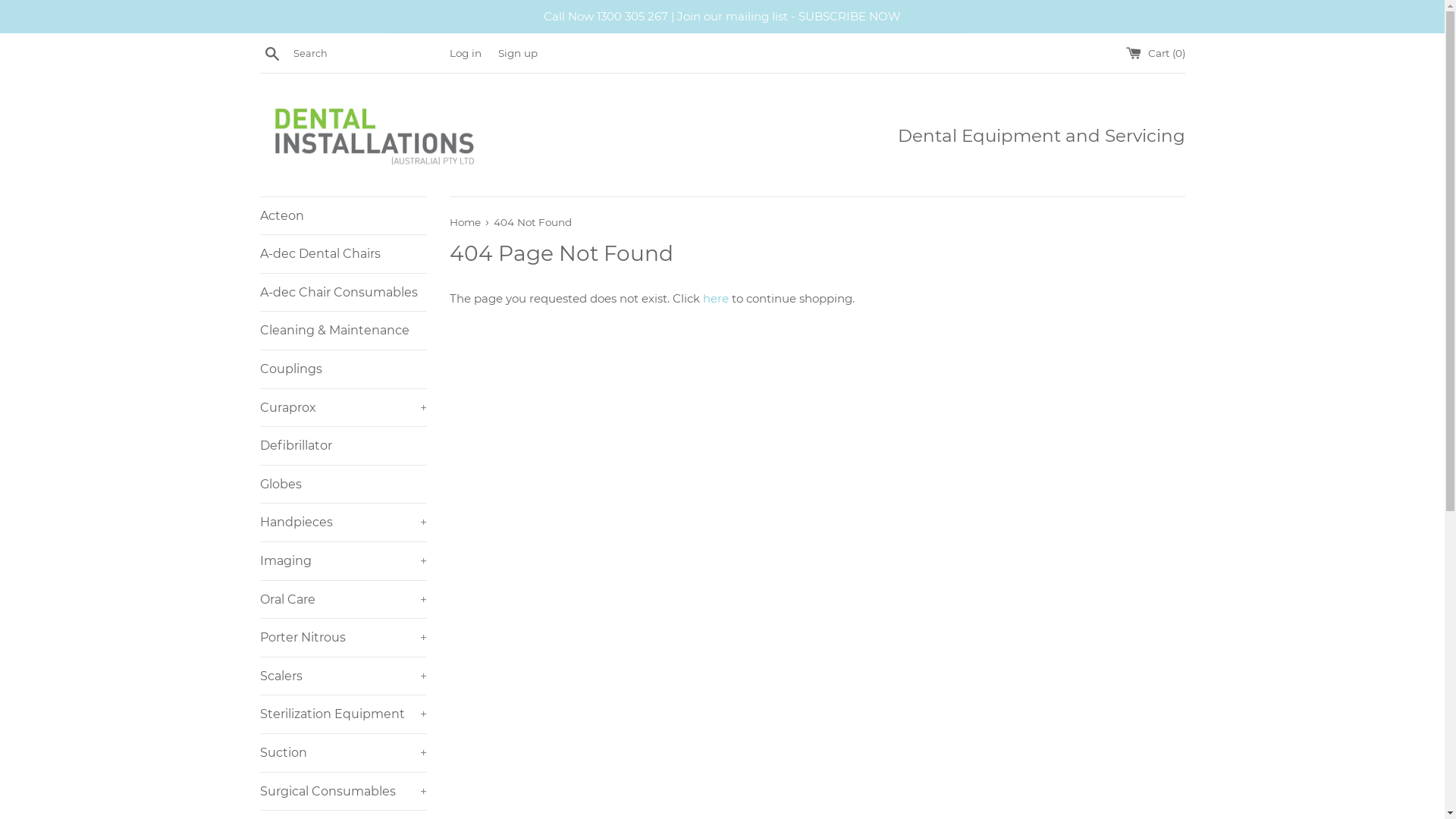 This screenshot has width=1456, height=819. What do you see at coordinates (341, 292) in the screenshot?
I see `'A-dec Chair Consumables'` at bounding box center [341, 292].